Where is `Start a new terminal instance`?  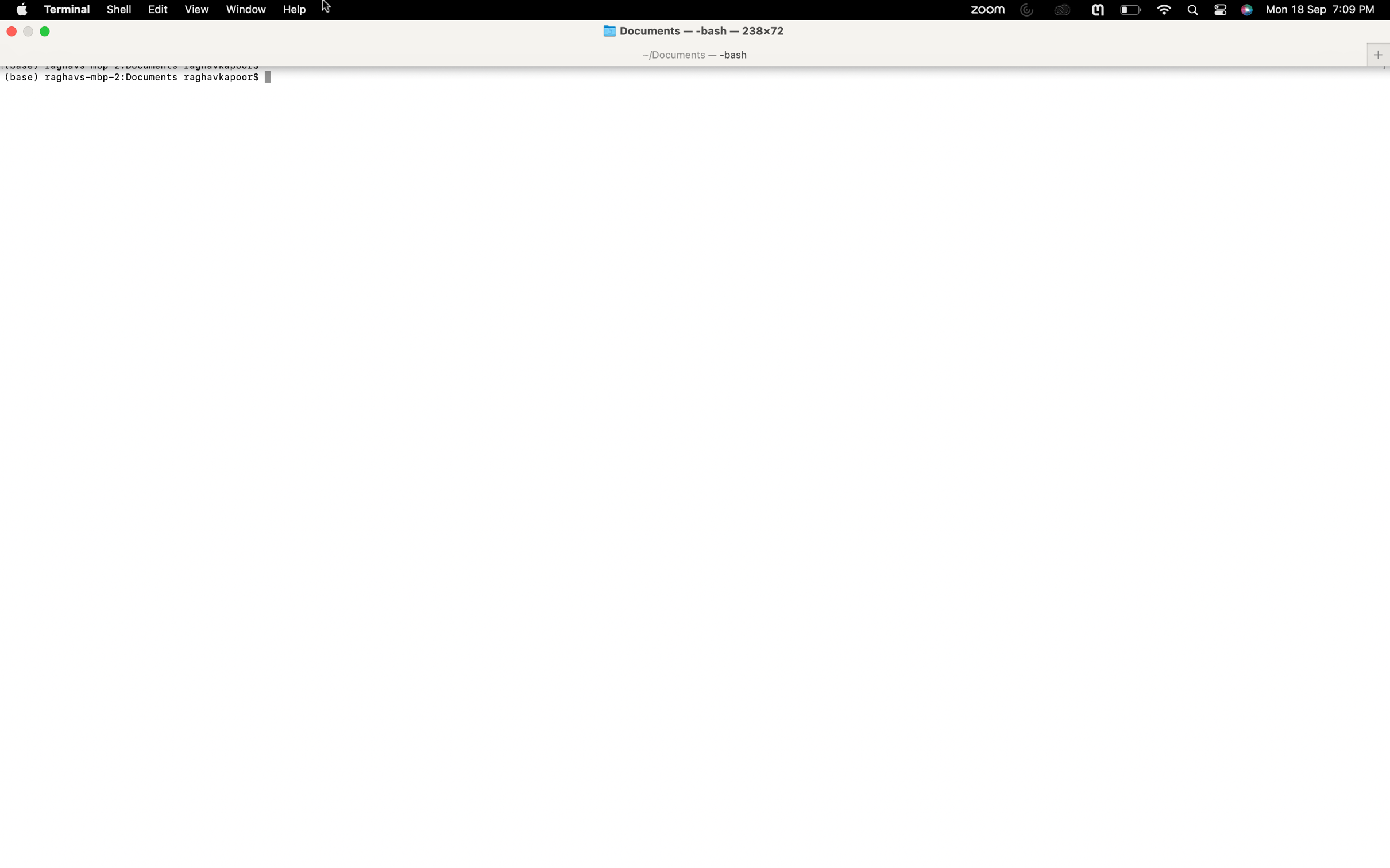 Start a new terminal instance is located at coordinates (68, 10).